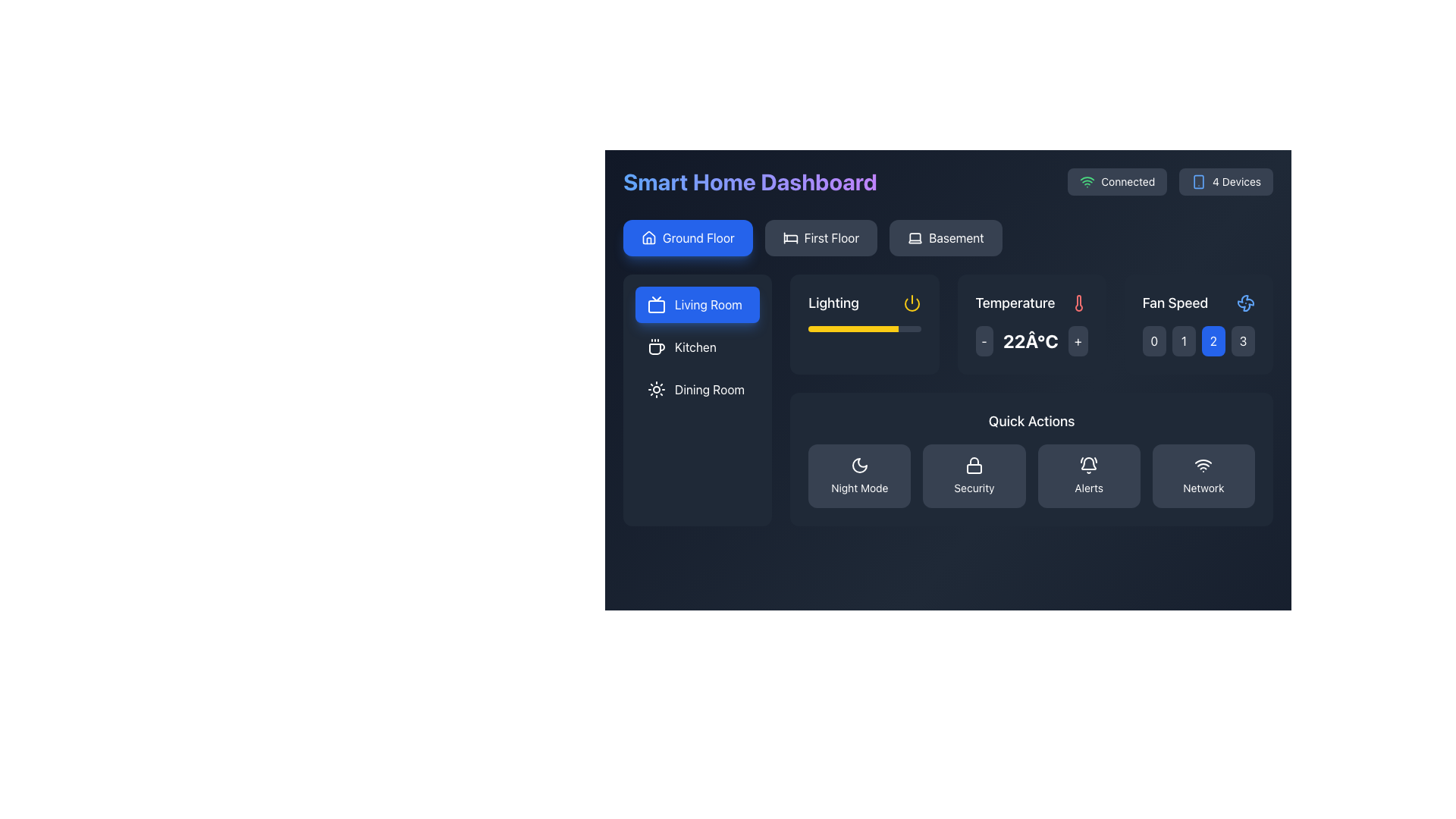  Describe the element at coordinates (1077, 341) in the screenshot. I see `the small square button featuring a '+' symbol at its center, located at the far right of the temperature control panel, to observe the styling change` at that location.